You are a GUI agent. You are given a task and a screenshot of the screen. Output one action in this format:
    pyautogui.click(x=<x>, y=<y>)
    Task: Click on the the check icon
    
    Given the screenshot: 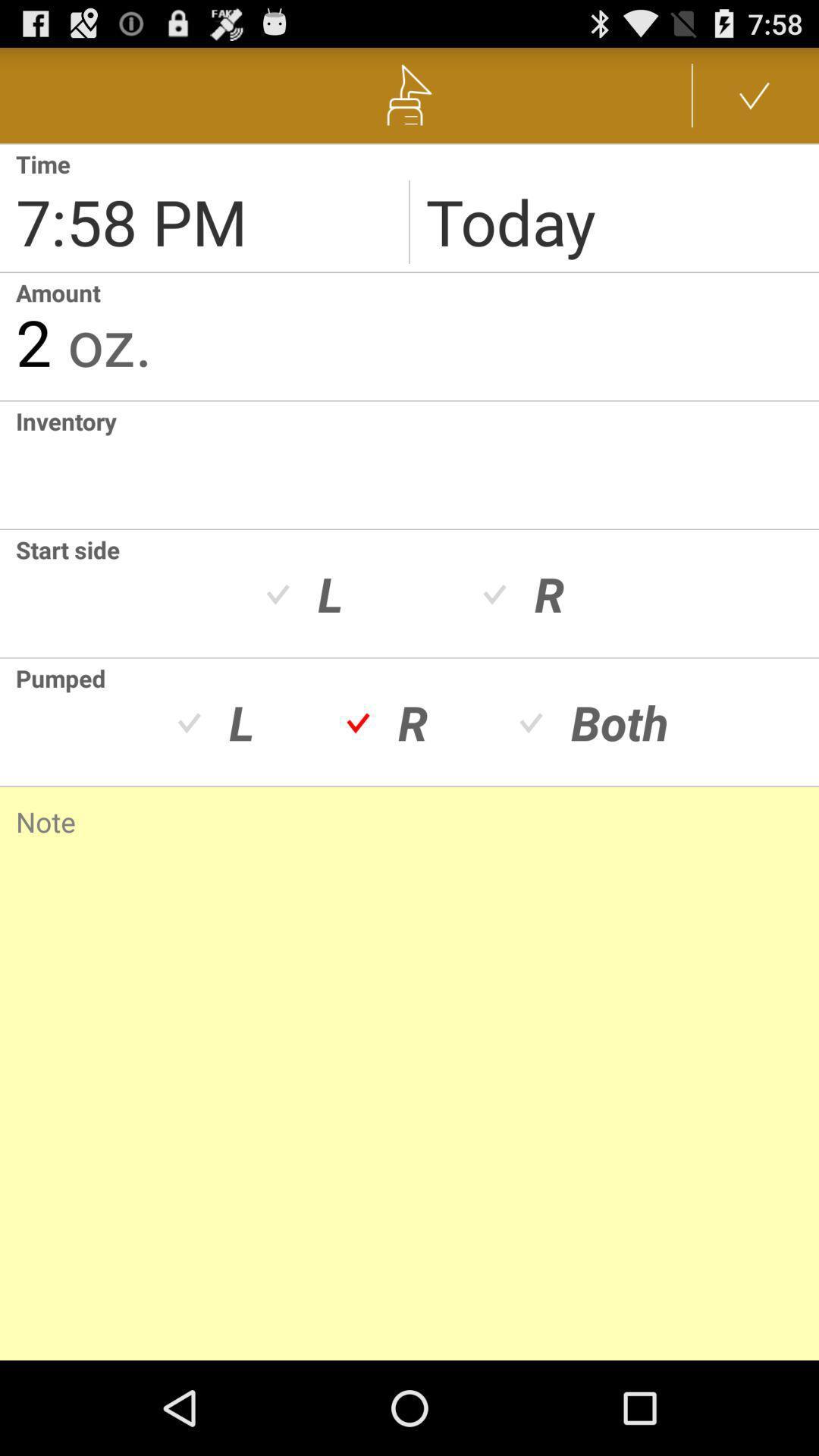 What is the action you would take?
    pyautogui.click(x=755, y=101)
    